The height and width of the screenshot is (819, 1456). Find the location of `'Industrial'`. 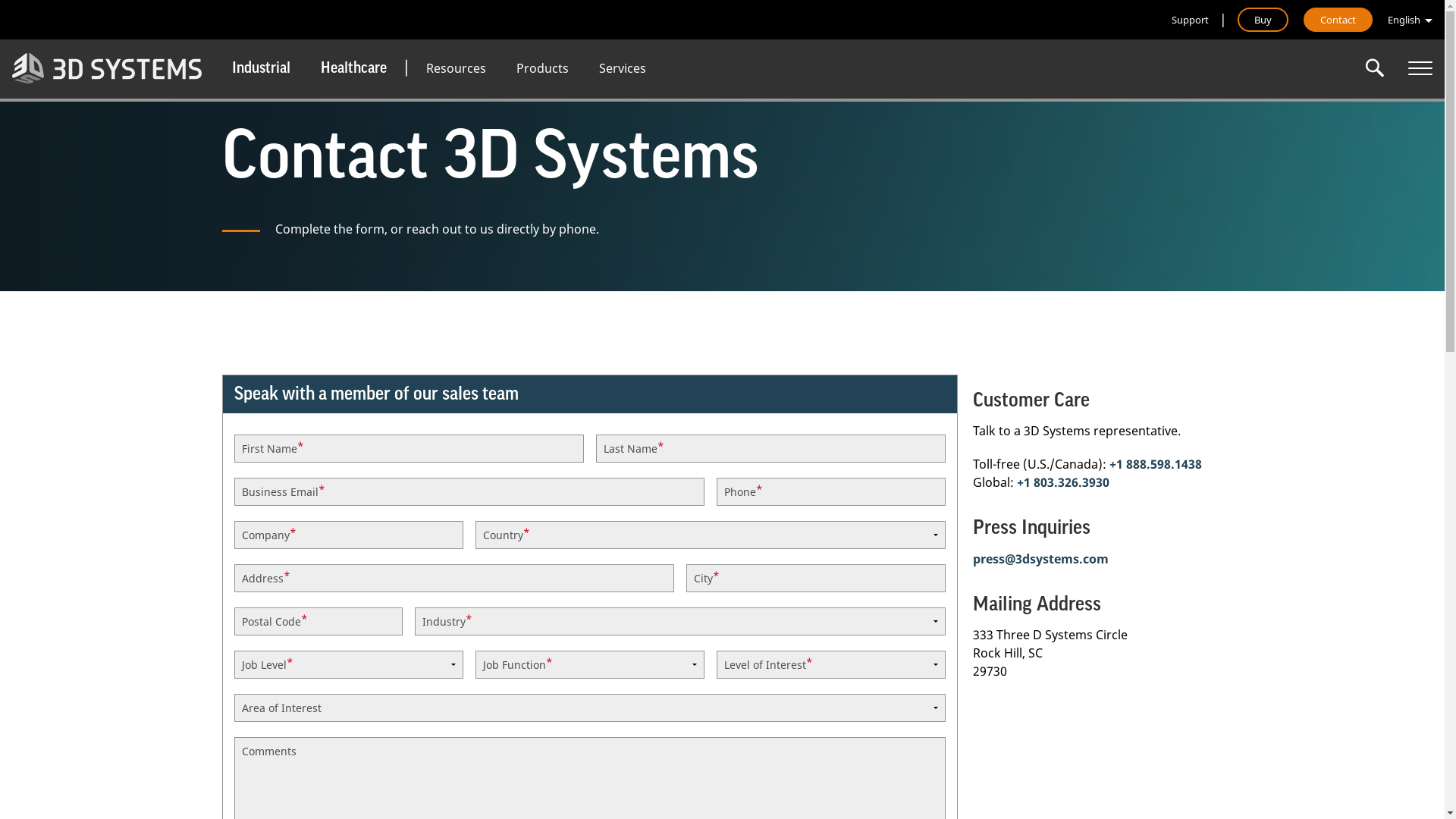

'Industrial' is located at coordinates (261, 67).